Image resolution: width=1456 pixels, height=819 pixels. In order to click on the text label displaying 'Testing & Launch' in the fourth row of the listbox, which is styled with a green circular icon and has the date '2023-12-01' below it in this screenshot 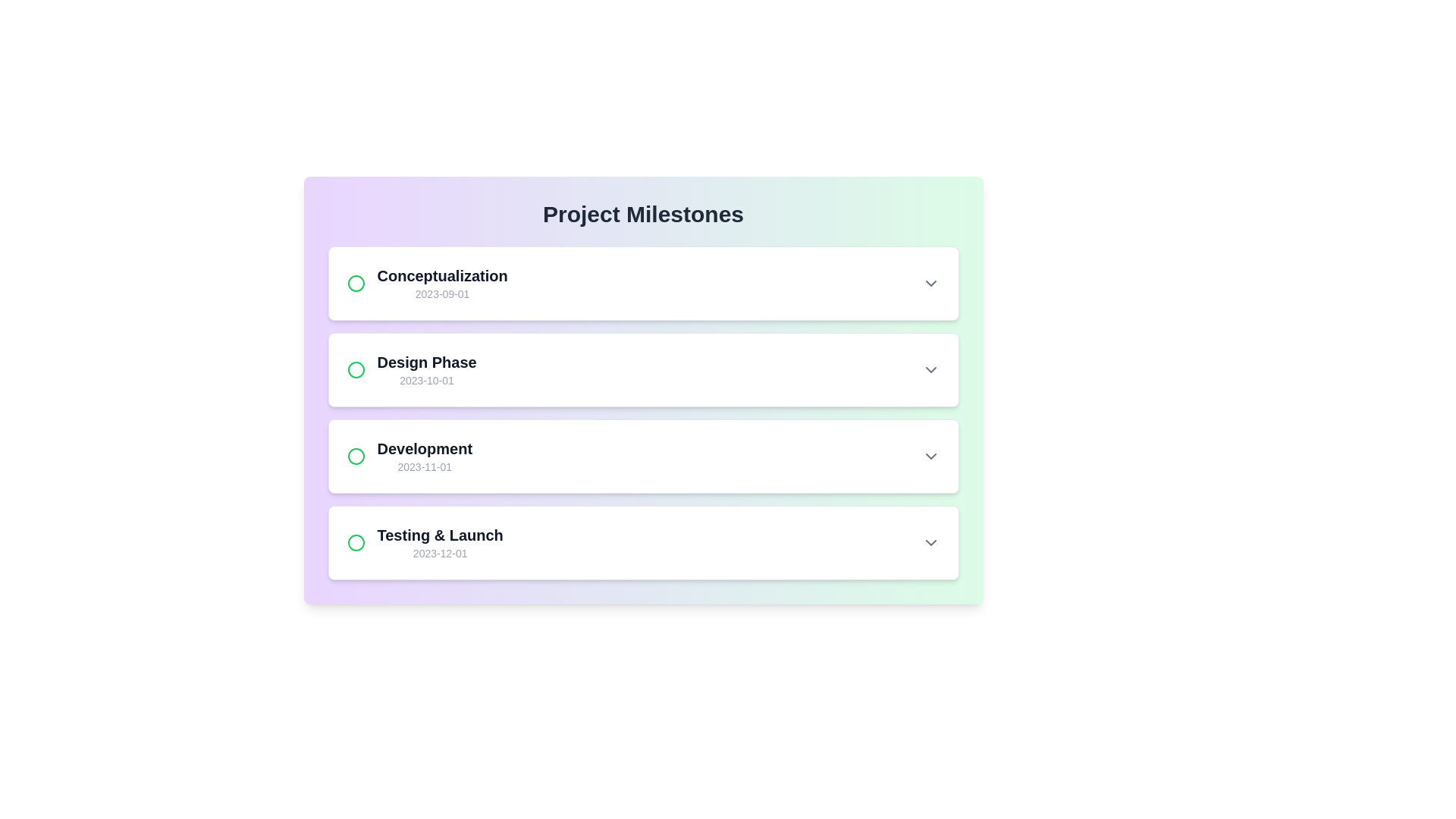, I will do `click(439, 534)`.